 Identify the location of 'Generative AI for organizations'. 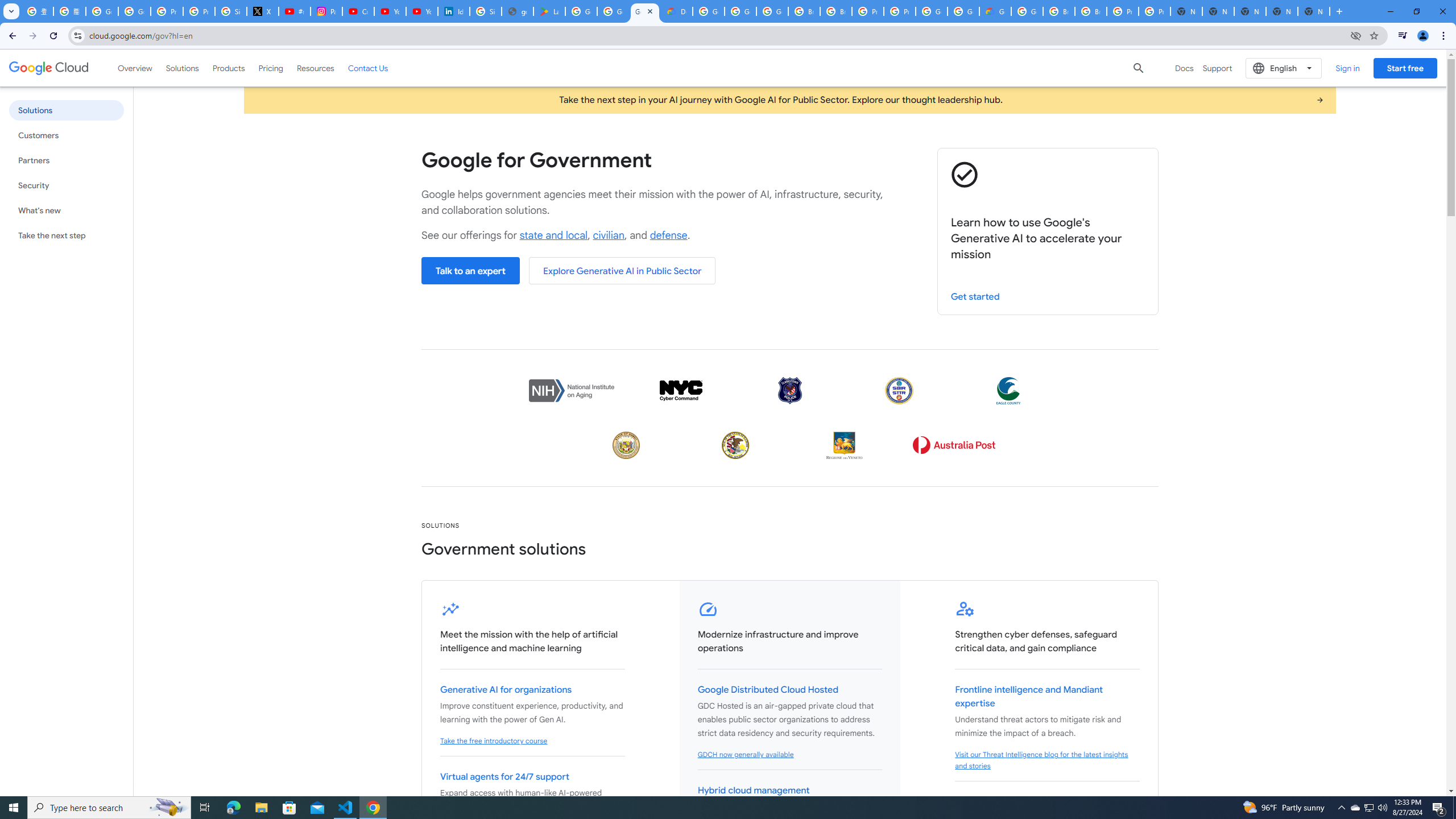
(505, 690).